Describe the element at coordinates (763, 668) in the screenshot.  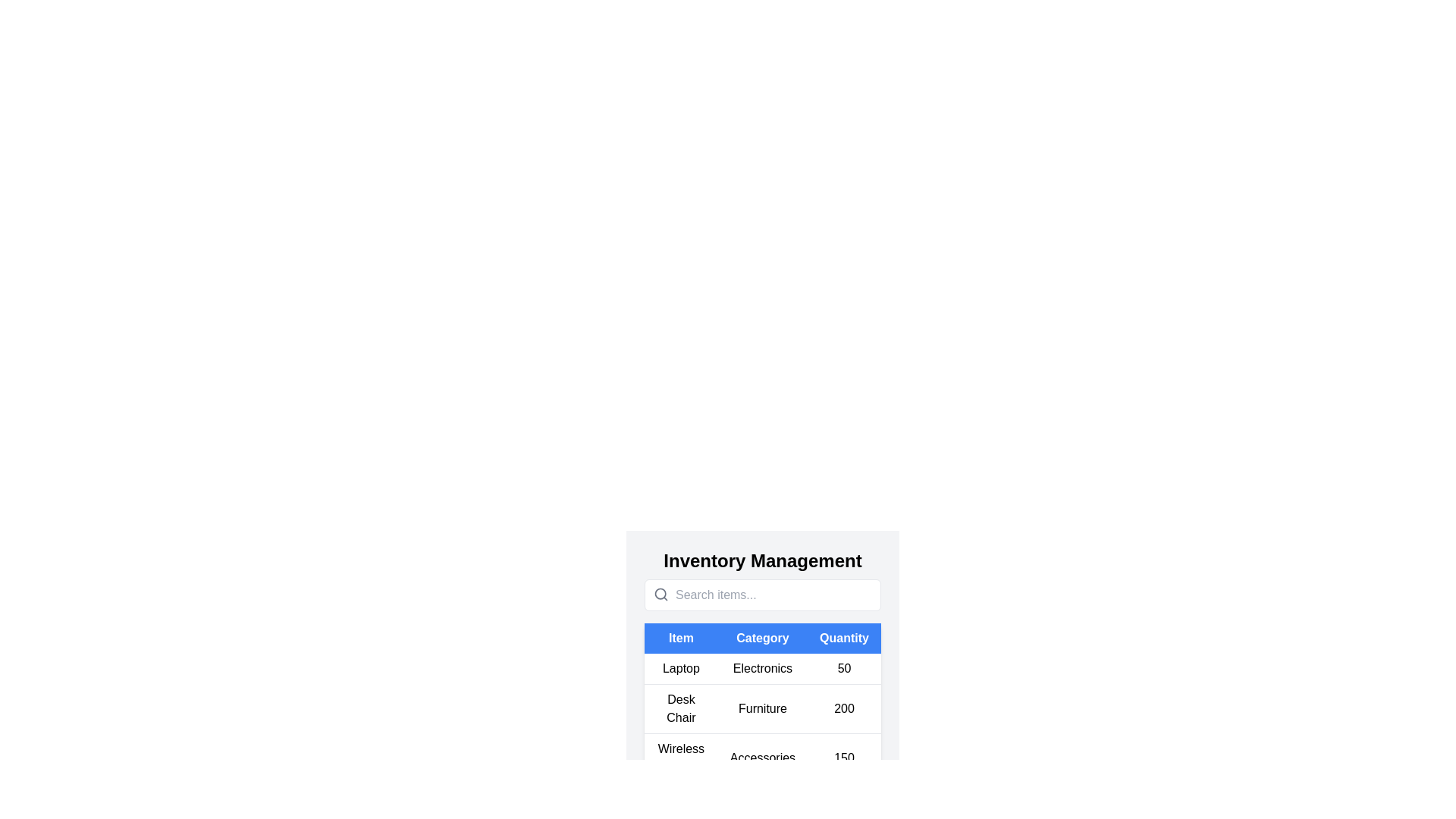
I see `the row corresponding to the item Laptop to view its details` at that location.